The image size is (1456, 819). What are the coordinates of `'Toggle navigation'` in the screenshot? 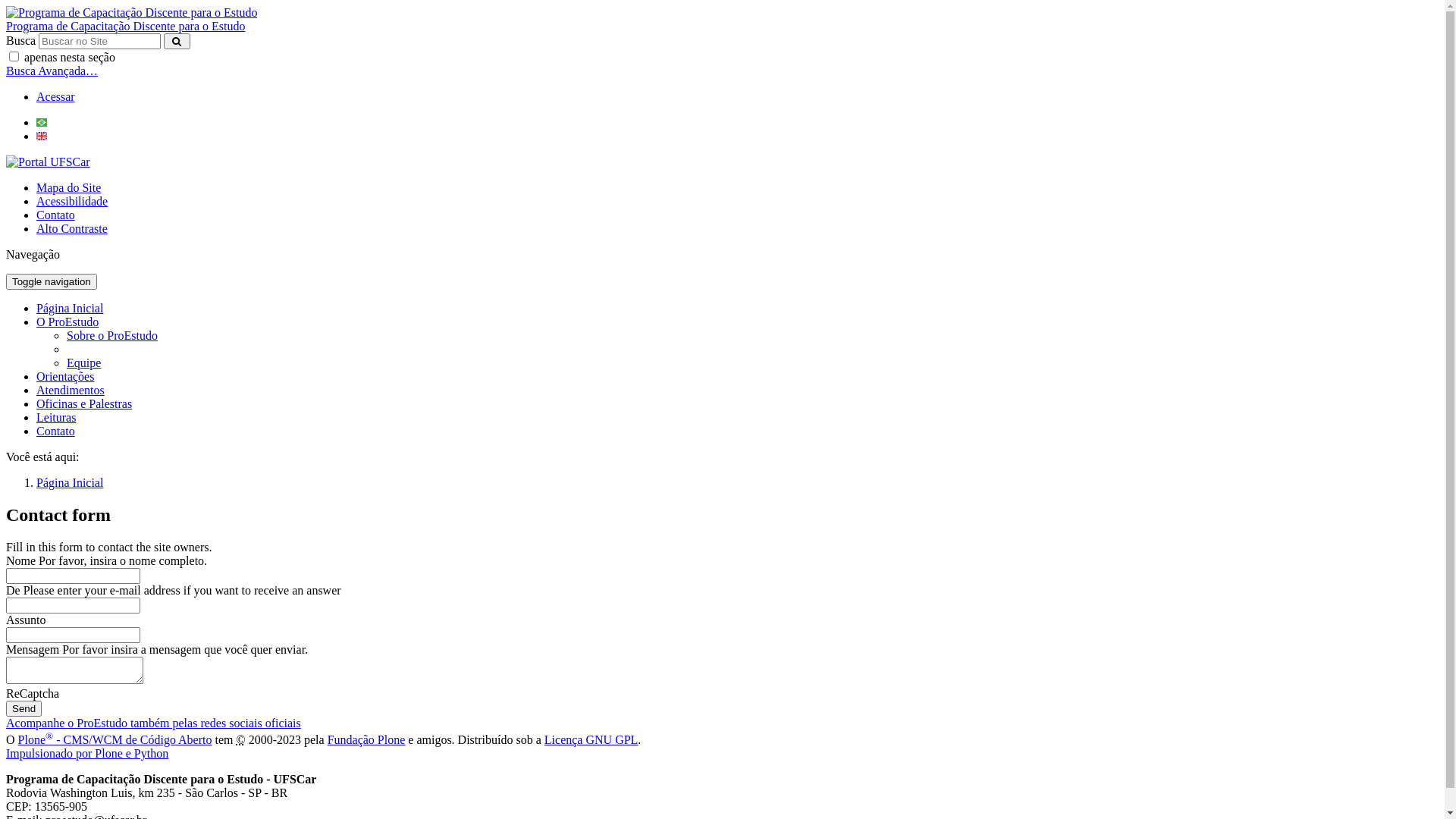 It's located at (51, 281).